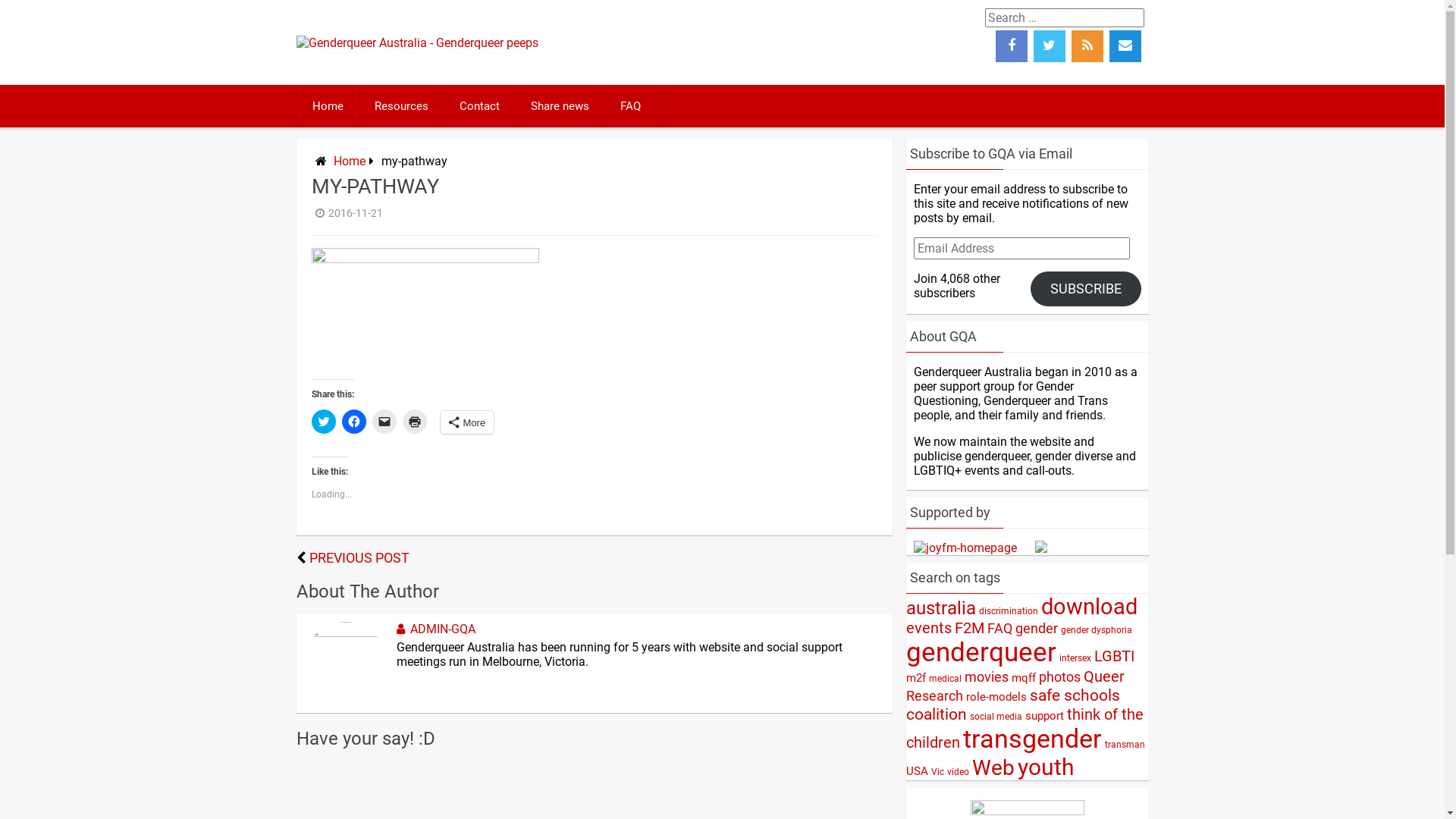 Image resolution: width=1456 pixels, height=819 pixels. What do you see at coordinates (559, 105) in the screenshot?
I see `'Share news'` at bounding box center [559, 105].